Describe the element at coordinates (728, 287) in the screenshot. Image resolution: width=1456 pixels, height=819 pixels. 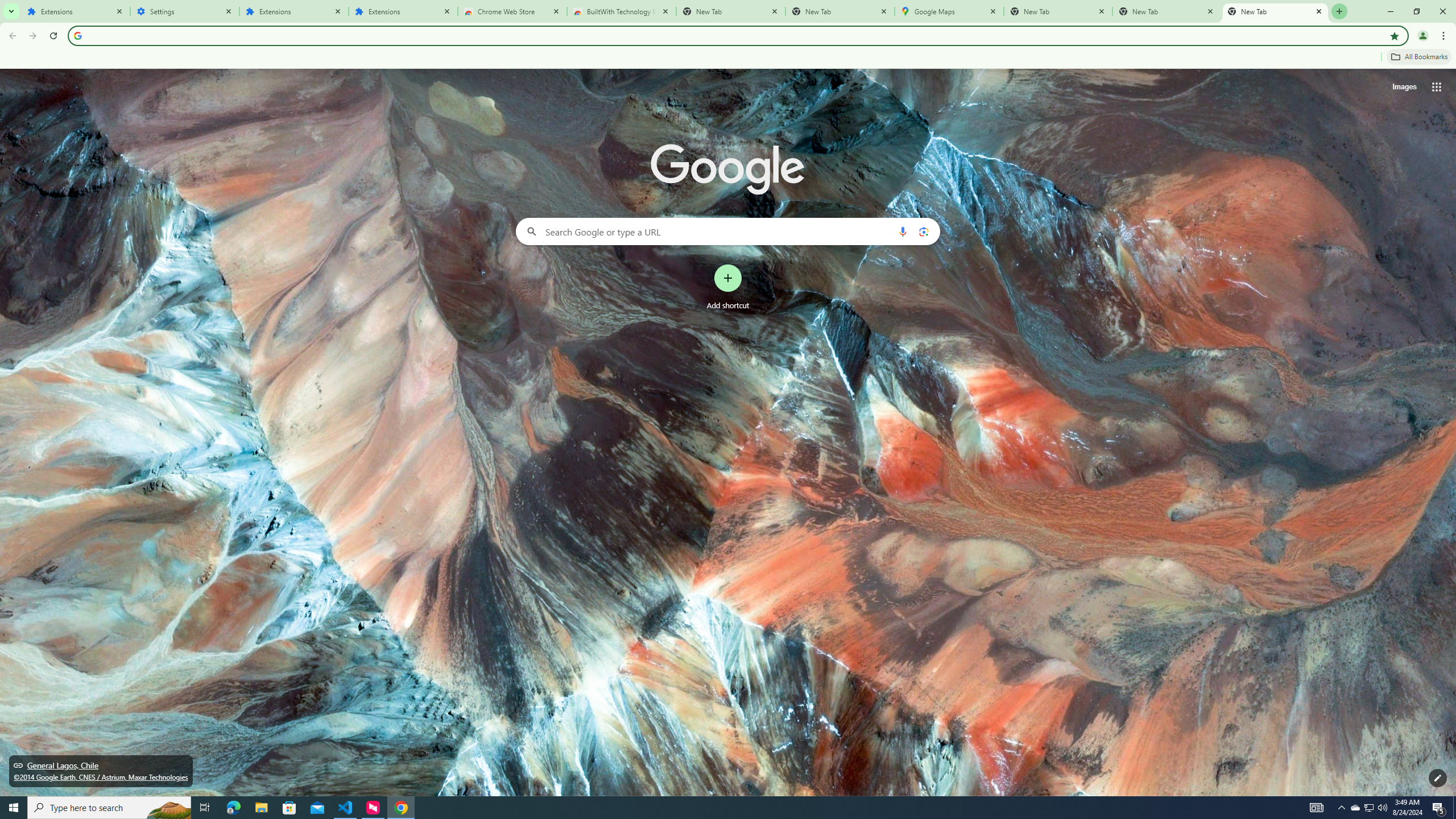
I see `'Add shortcut'` at that location.